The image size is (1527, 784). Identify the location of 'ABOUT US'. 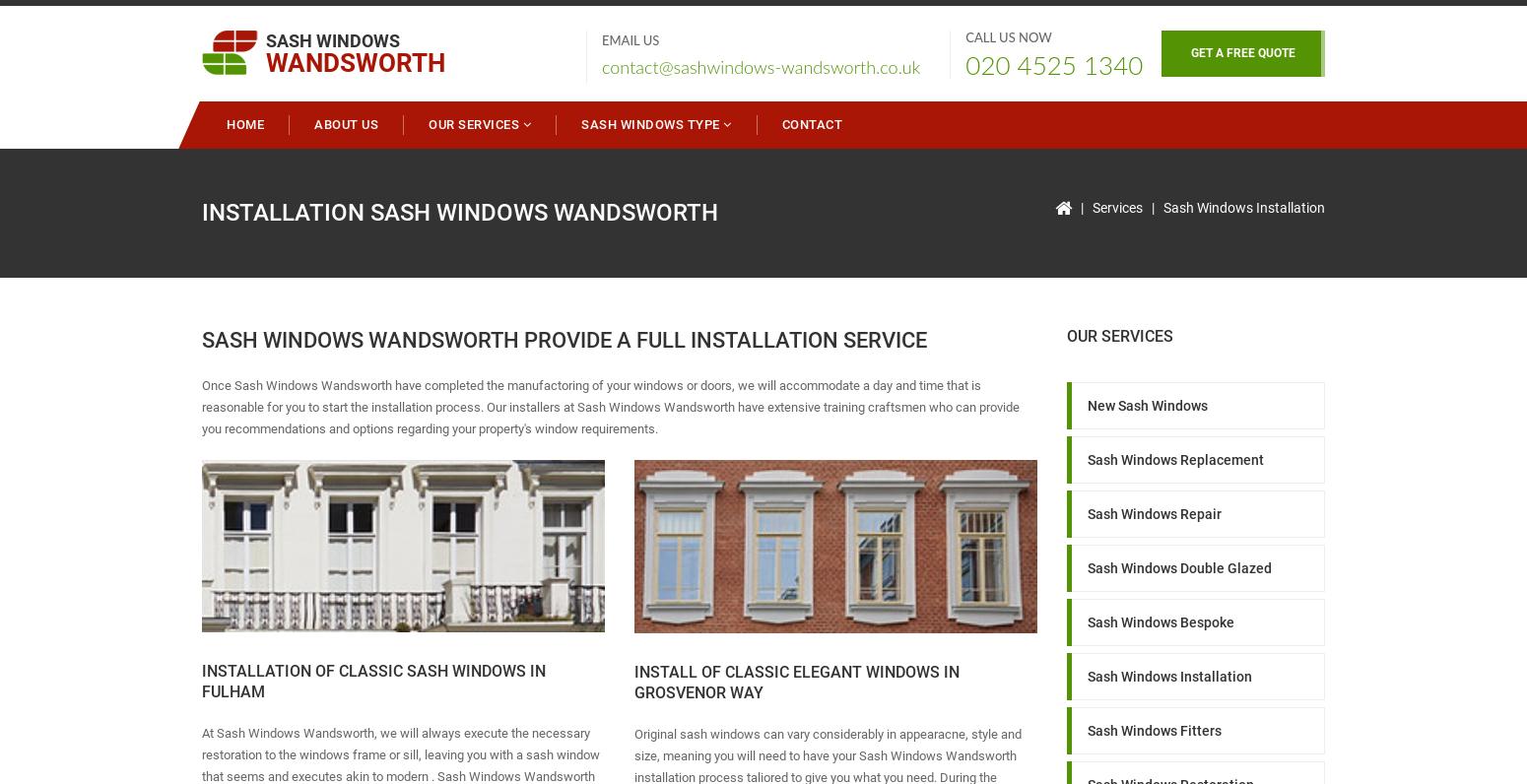
(345, 124).